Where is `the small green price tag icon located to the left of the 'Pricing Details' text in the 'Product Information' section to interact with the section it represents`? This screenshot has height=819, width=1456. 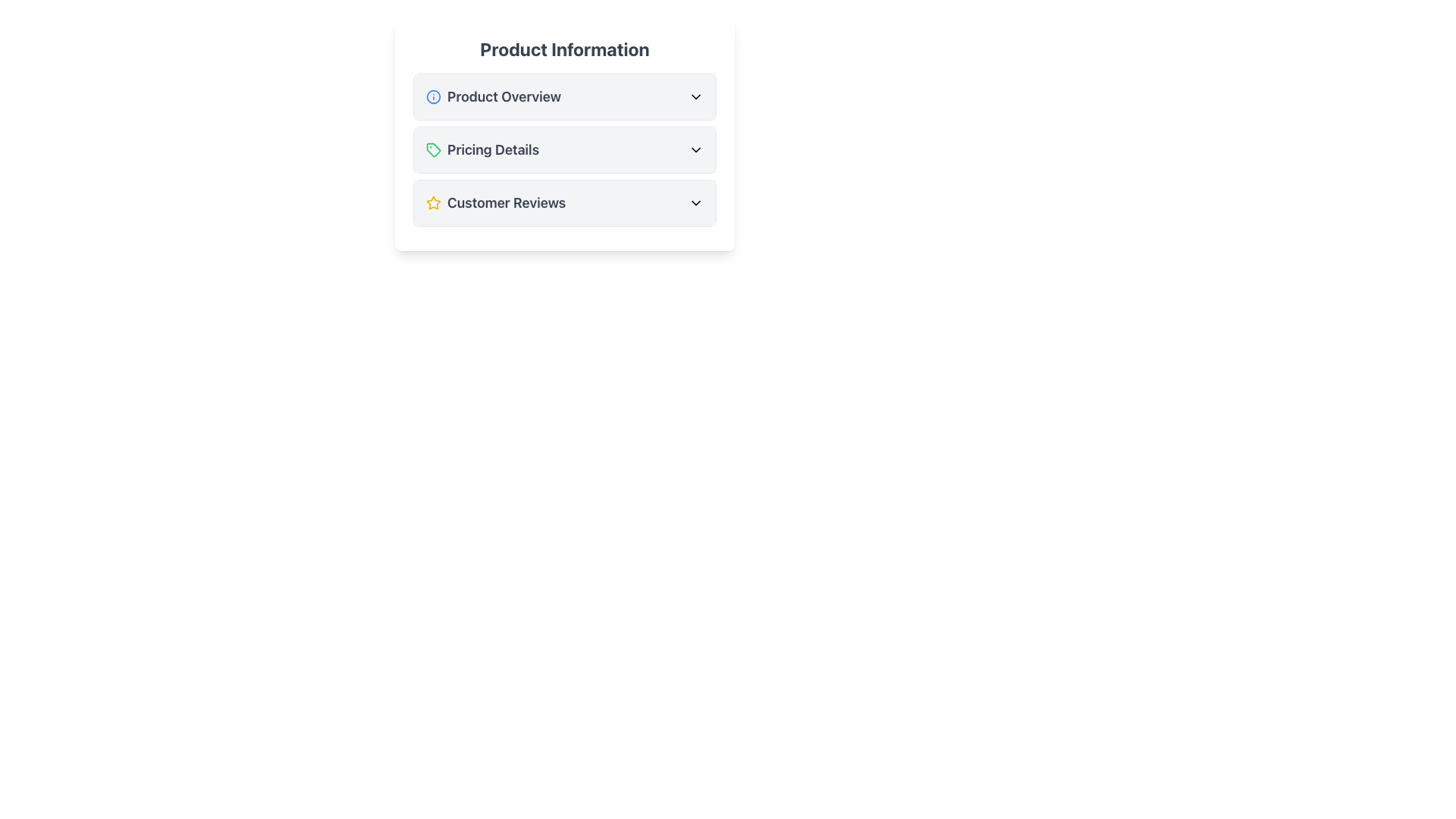 the small green price tag icon located to the left of the 'Pricing Details' text in the 'Product Information' section to interact with the section it represents is located at coordinates (432, 149).